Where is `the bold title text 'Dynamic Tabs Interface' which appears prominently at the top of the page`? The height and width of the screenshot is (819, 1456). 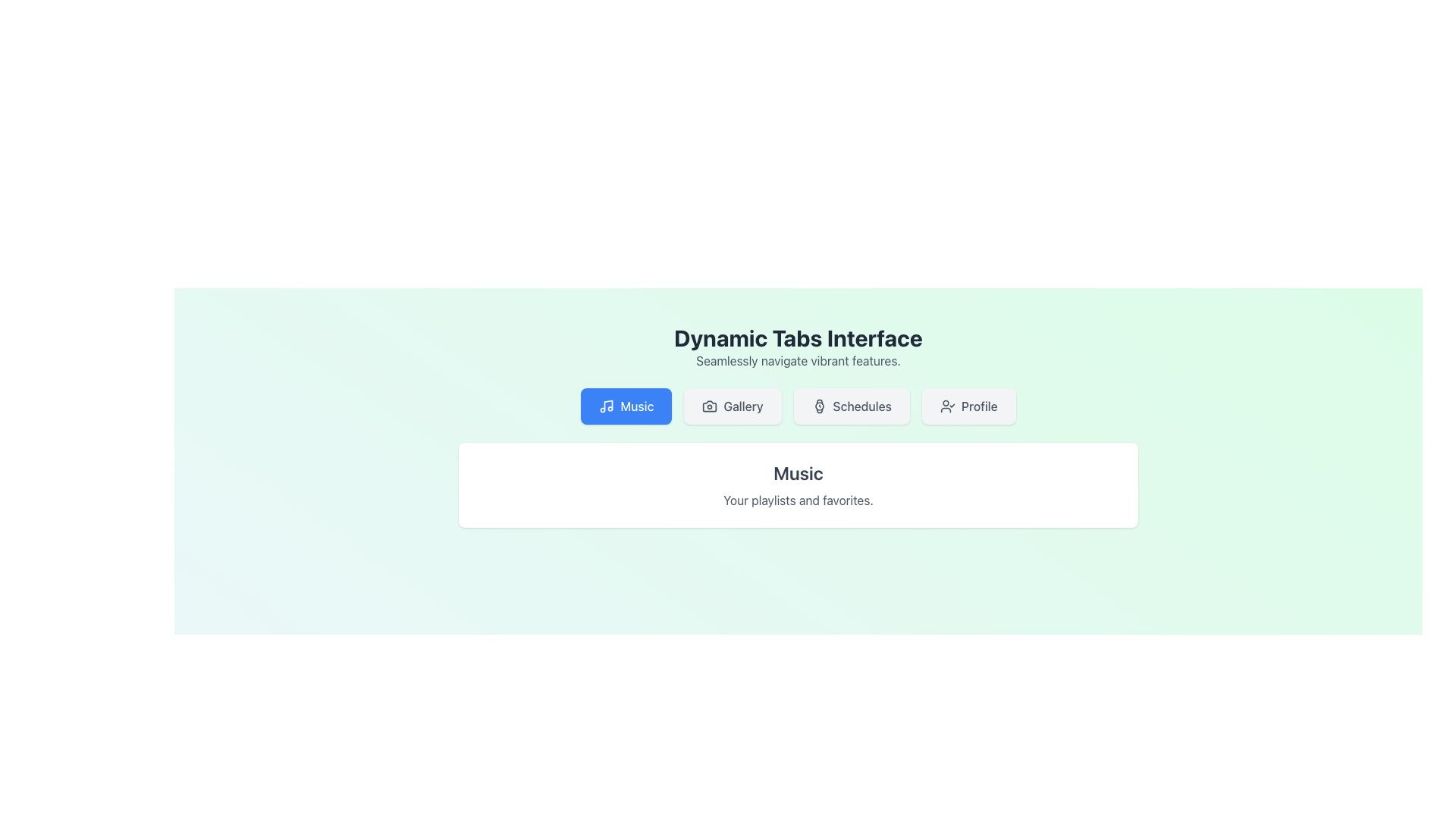 the bold title text 'Dynamic Tabs Interface' which appears prominently at the top of the page is located at coordinates (797, 337).